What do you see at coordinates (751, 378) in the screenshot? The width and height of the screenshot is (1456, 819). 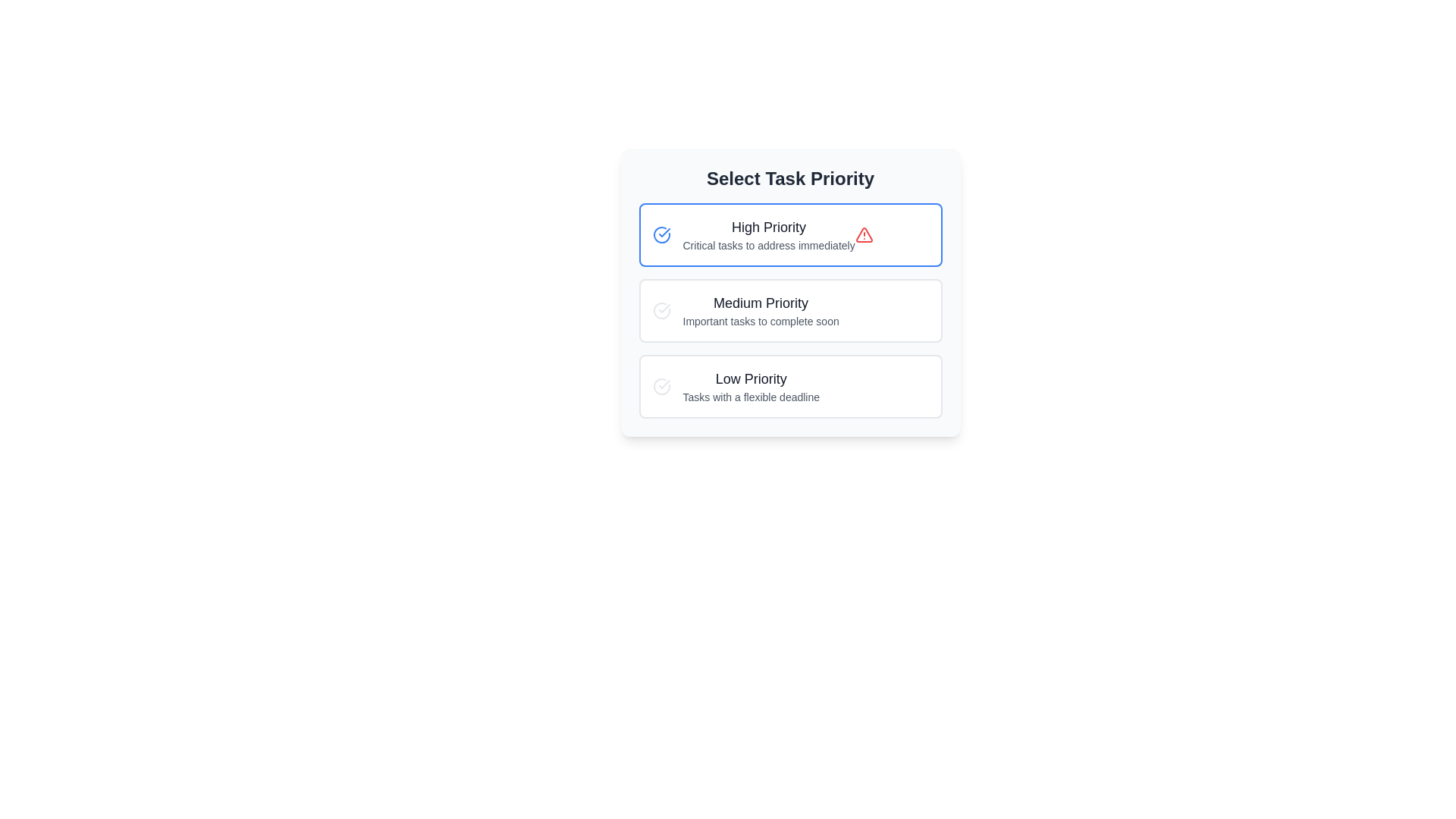 I see `the text label displaying 'Low Priority', which is styled prominently with a larger bold font and dark gray color, serving as the header above the descriptive text 'Tasks with a flexible deadline'` at bounding box center [751, 378].